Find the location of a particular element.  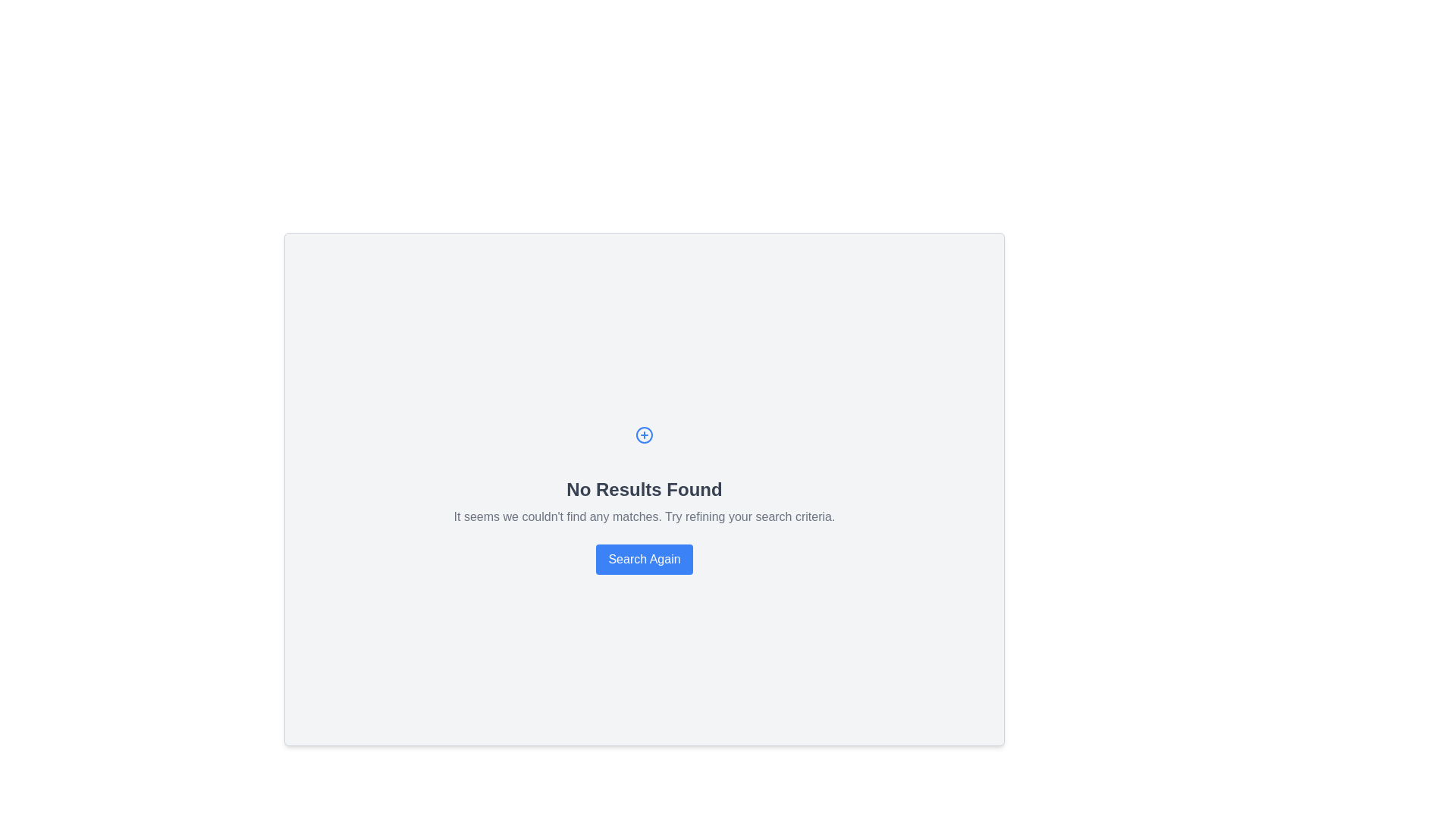

the search reinitiate button located below the message 'It seems we couldn't find any matches. Try refining your search criteria.' to change its color is located at coordinates (644, 559).